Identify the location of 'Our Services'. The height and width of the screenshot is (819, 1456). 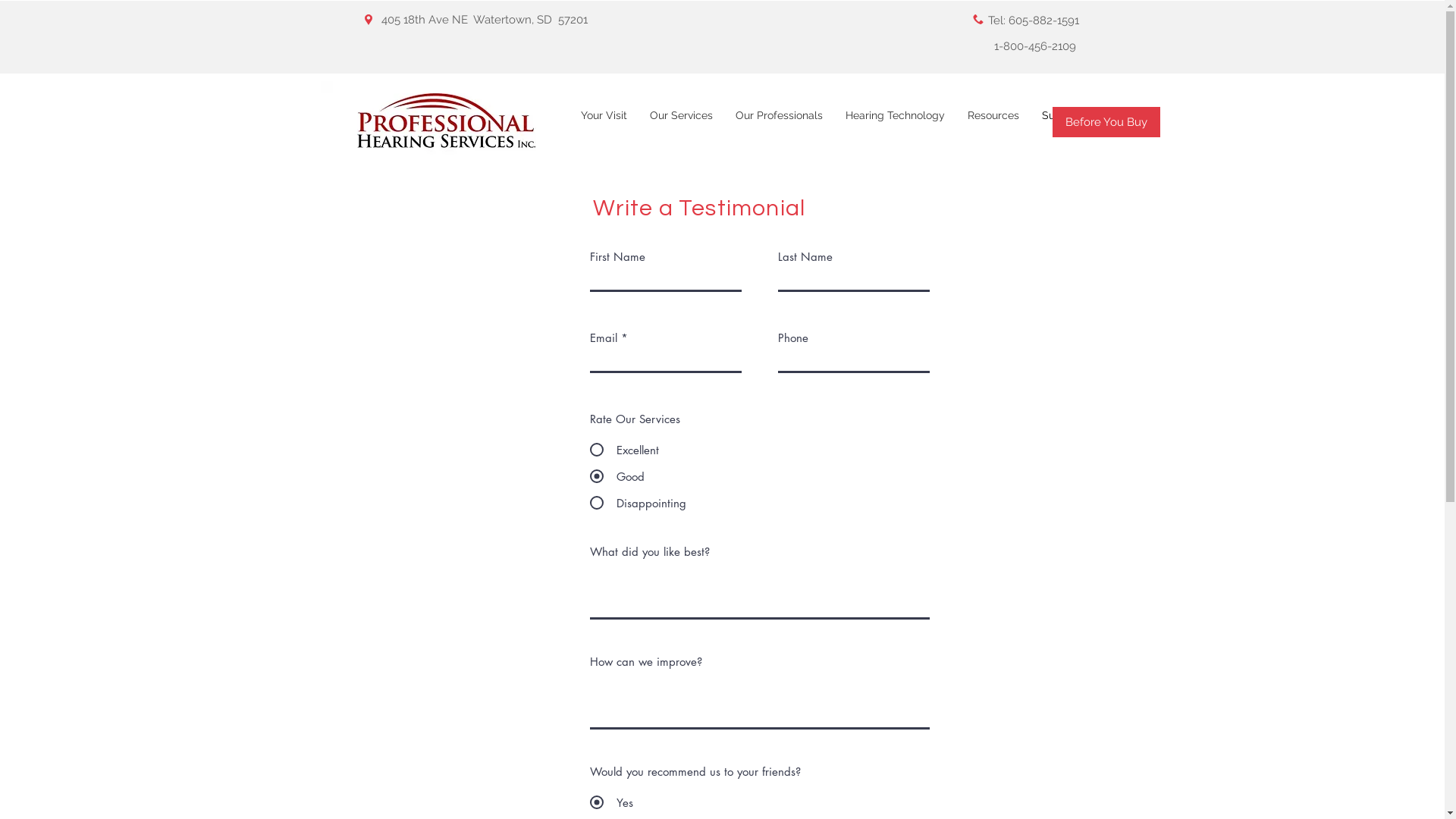
(638, 121).